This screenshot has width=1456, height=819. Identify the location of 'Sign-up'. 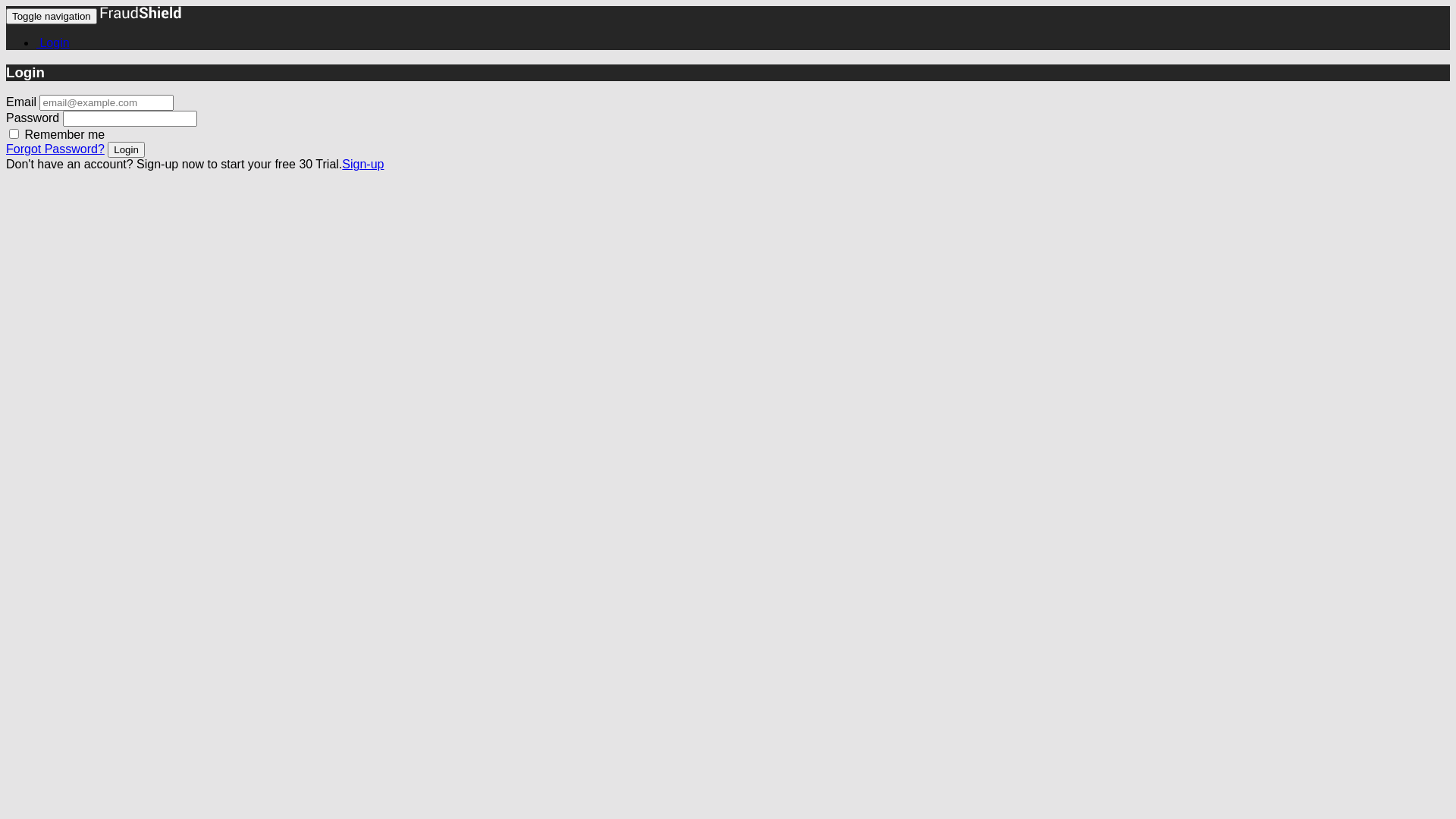
(362, 164).